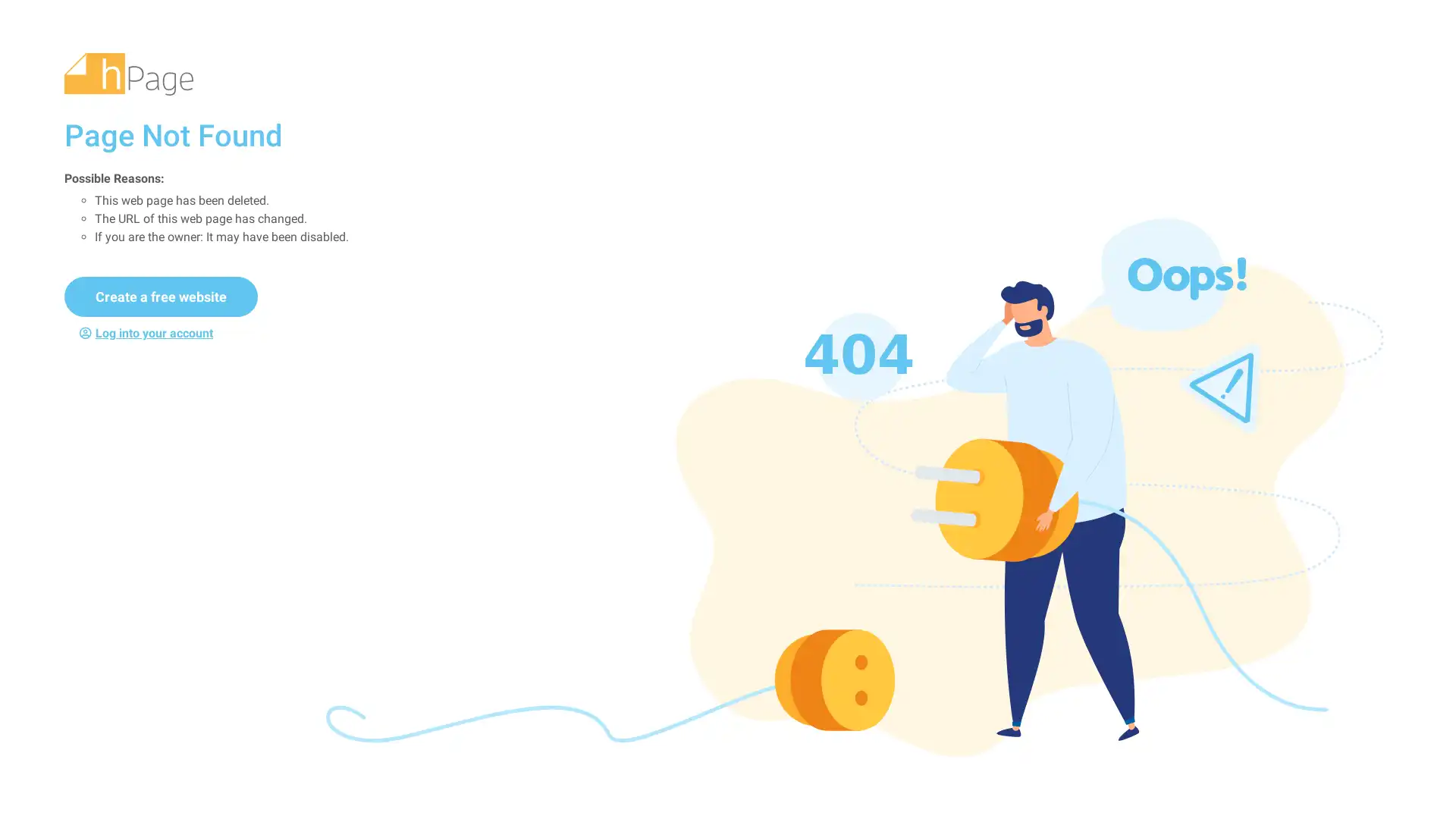 The height and width of the screenshot is (819, 1456). Describe the element at coordinates (161, 296) in the screenshot. I see `Create a free website` at that location.